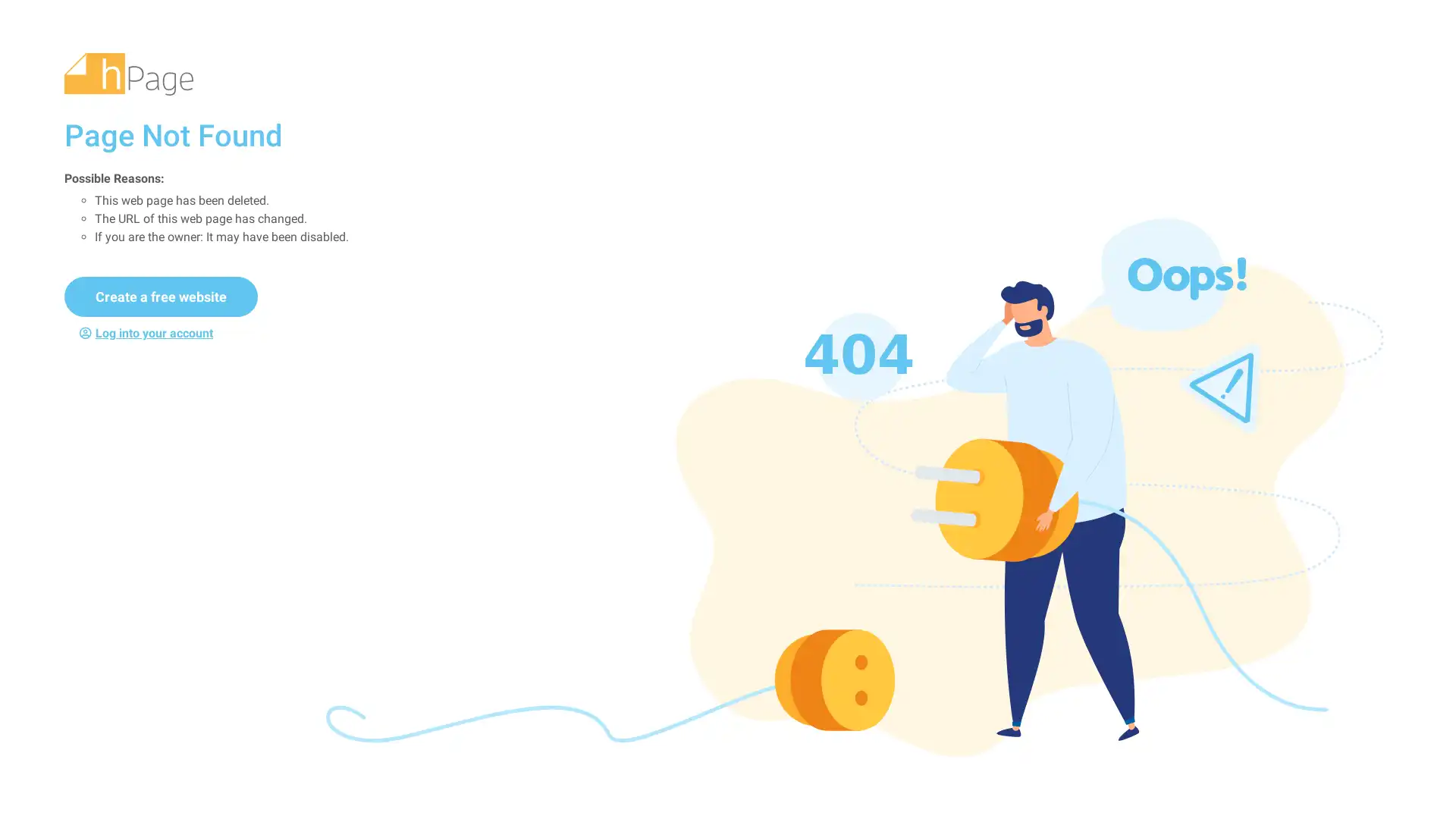 The height and width of the screenshot is (819, 1456). Describe the element at coordinates (161, 296) in the screenshot. I see `Create a free website` at that location.